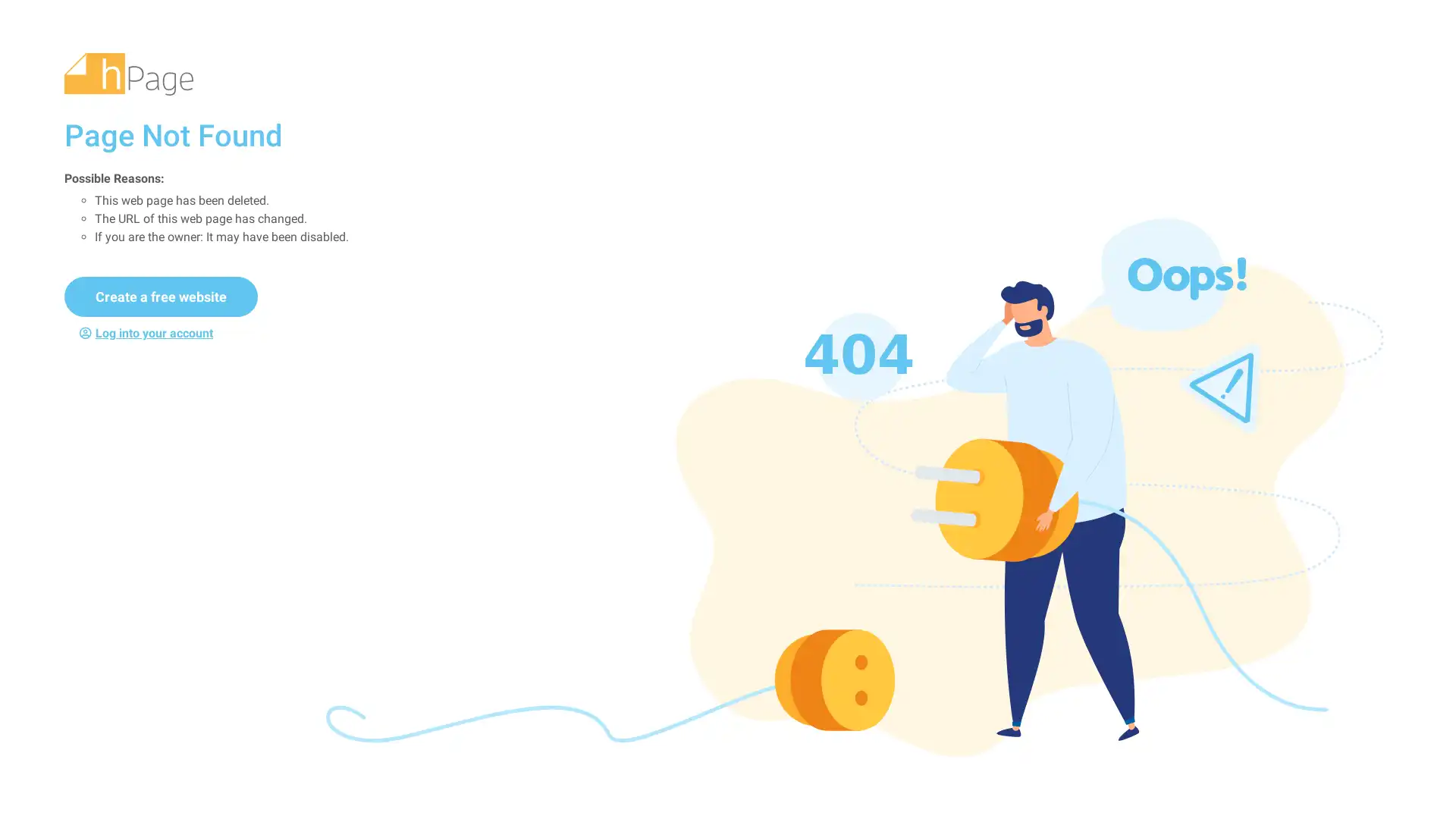 The height and width of the screenshot is (819, 1456). Describe the element at coordinates (161, 296) in the screenshot. I see `Create a free website` at that location.